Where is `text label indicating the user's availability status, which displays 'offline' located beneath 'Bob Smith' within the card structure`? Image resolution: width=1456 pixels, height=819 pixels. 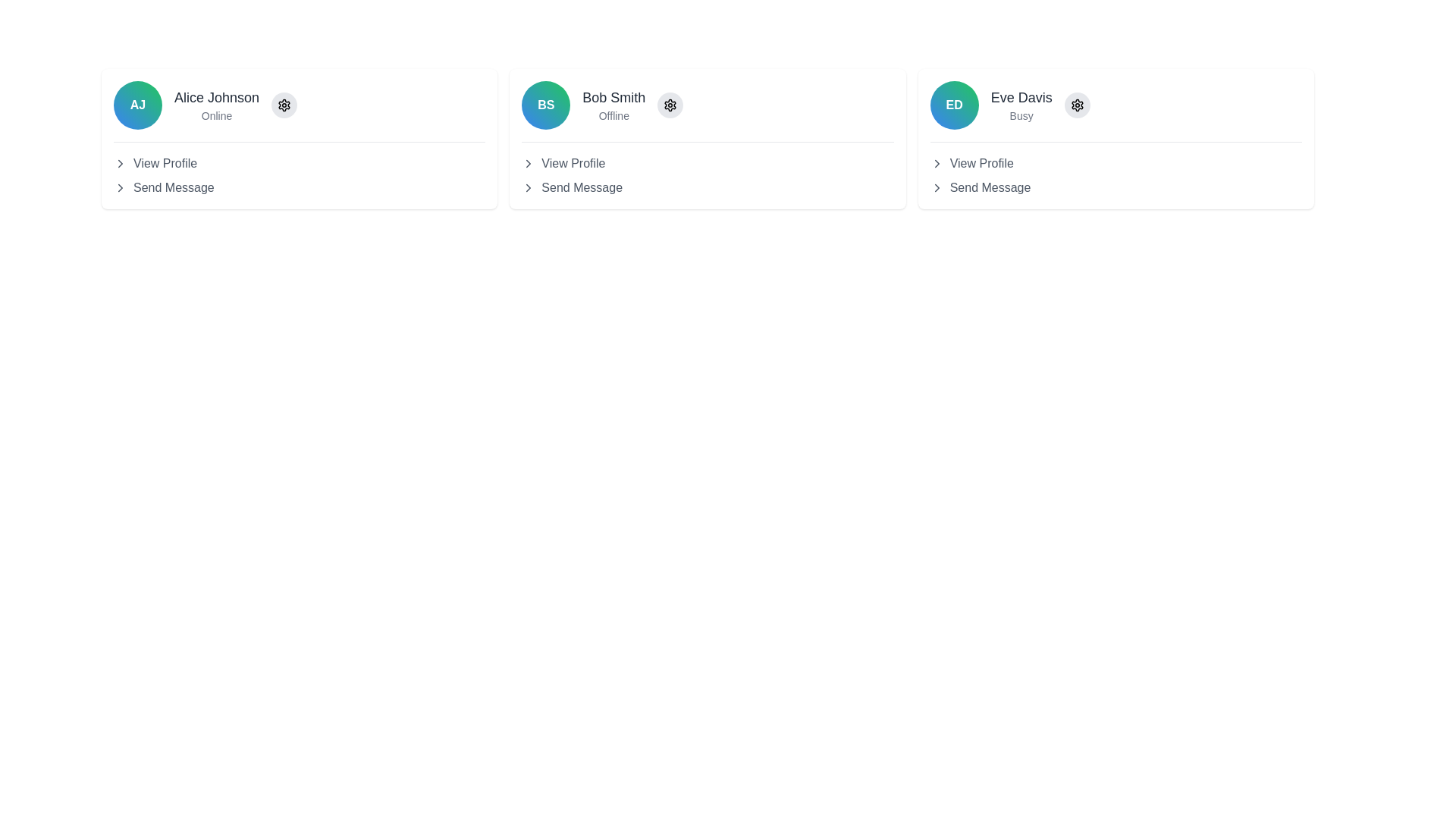 text label indicating the user's availability status, which displays 'offline' located beneath 'Bob Smith' within the card structure is located at coordinates (613, 115).